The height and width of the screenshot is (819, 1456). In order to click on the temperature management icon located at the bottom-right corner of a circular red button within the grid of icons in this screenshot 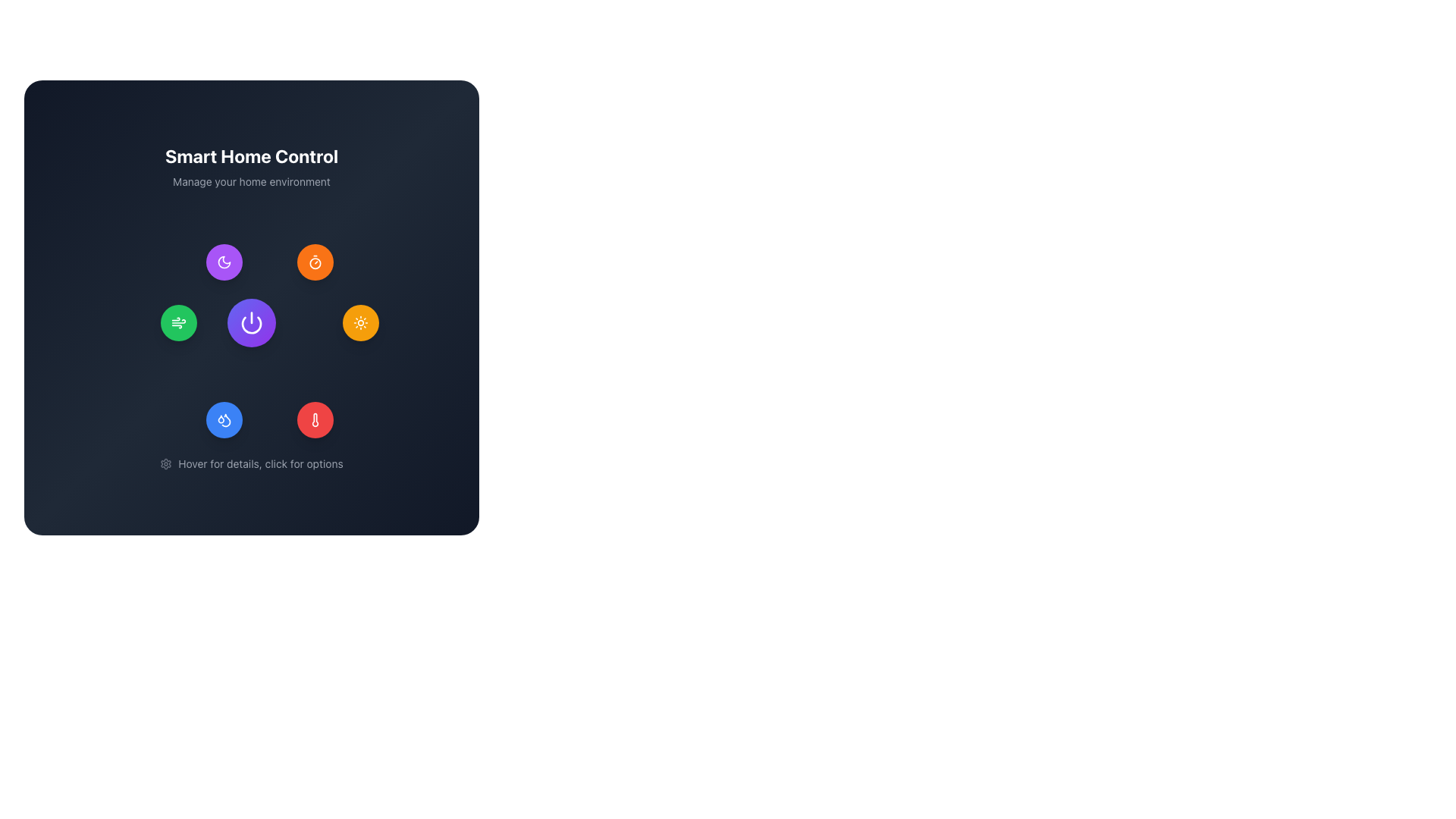, I will do `click(315, 420)`.